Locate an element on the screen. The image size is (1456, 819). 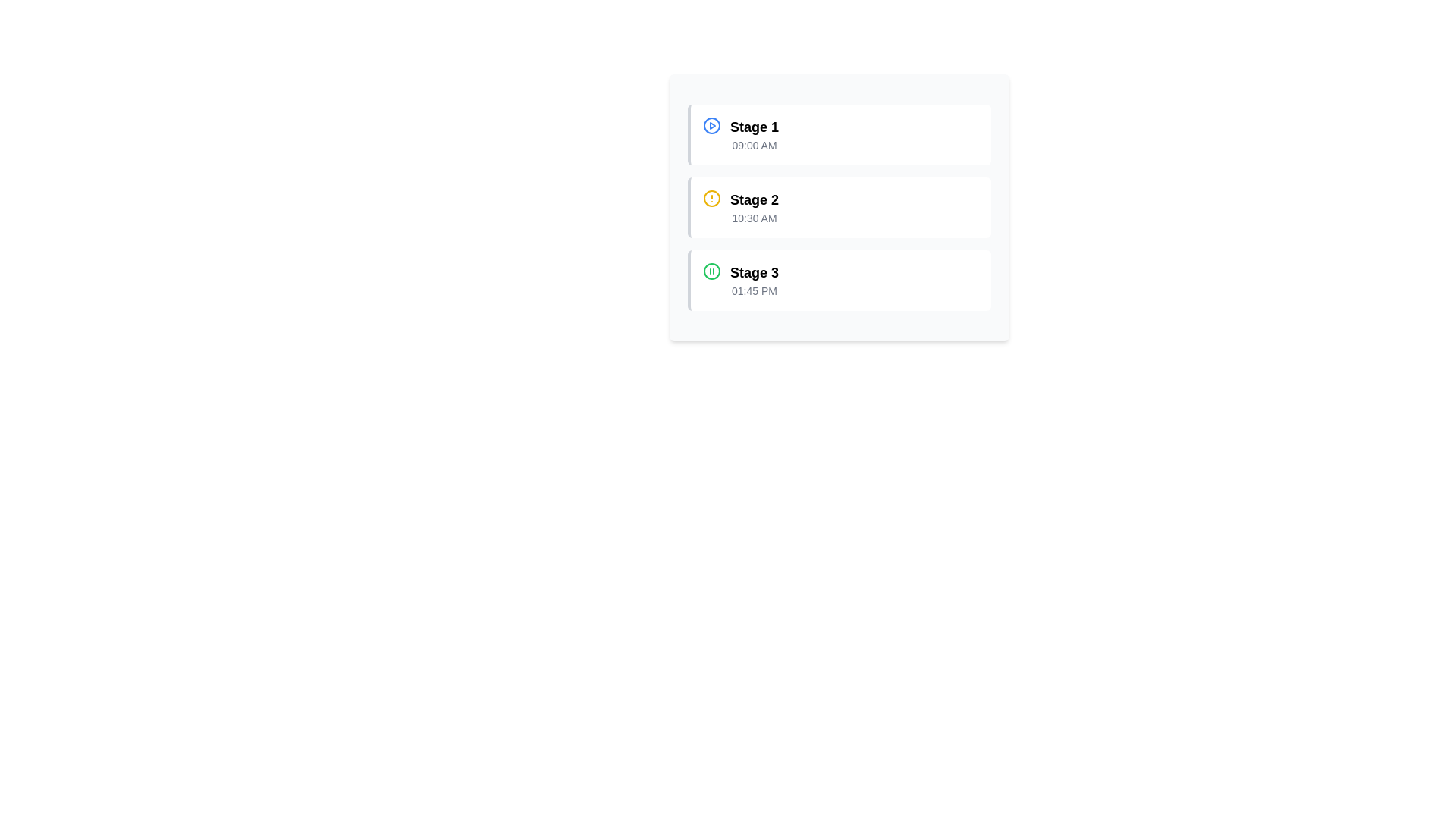
the icon of the third list item in the vertically structured list of stages, which indicates a specific stage in a sequence with an associated time is located at coordinates (741, 281).